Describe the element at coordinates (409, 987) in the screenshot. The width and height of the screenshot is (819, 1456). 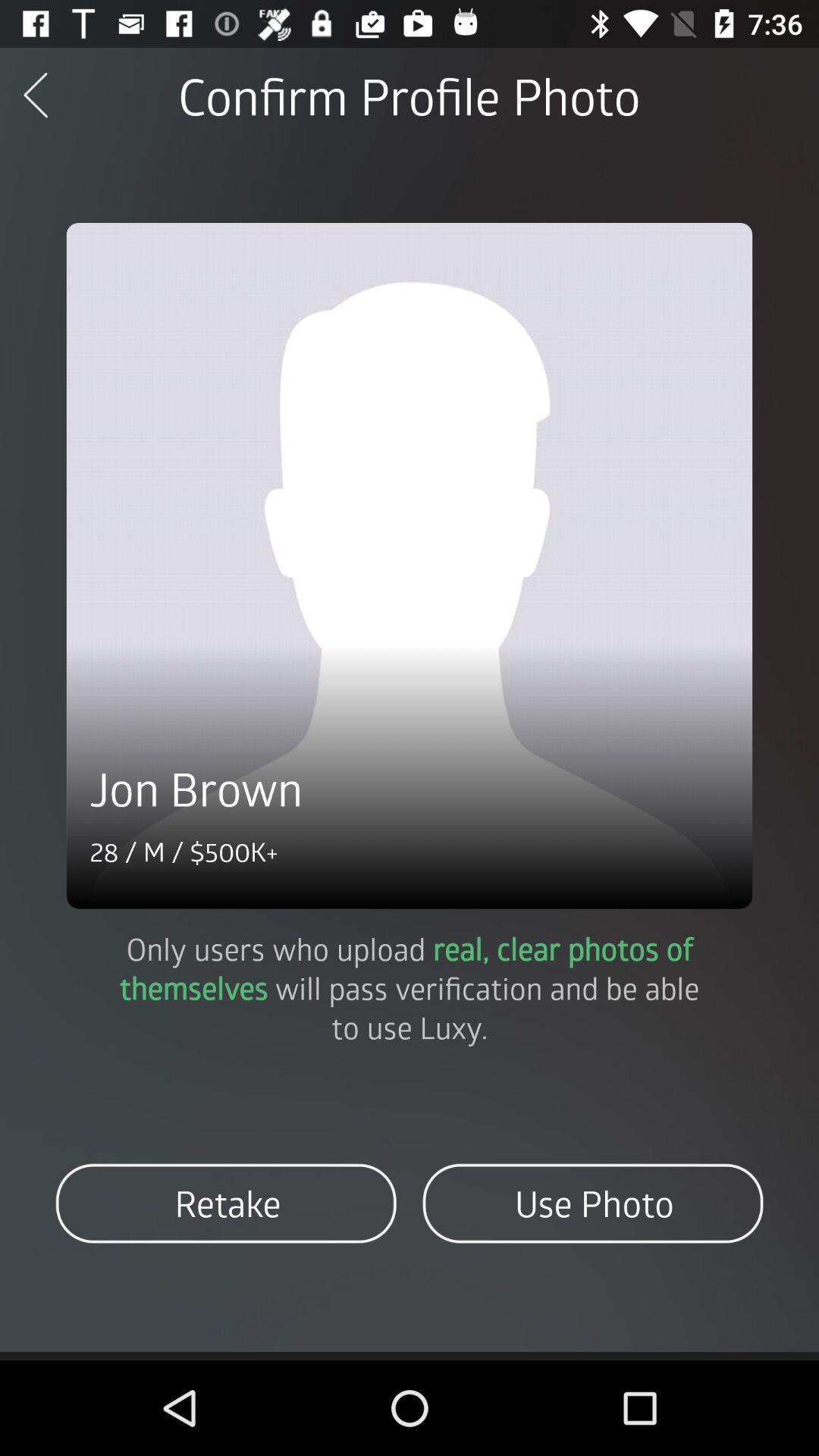
I see `the only users who` at that location.